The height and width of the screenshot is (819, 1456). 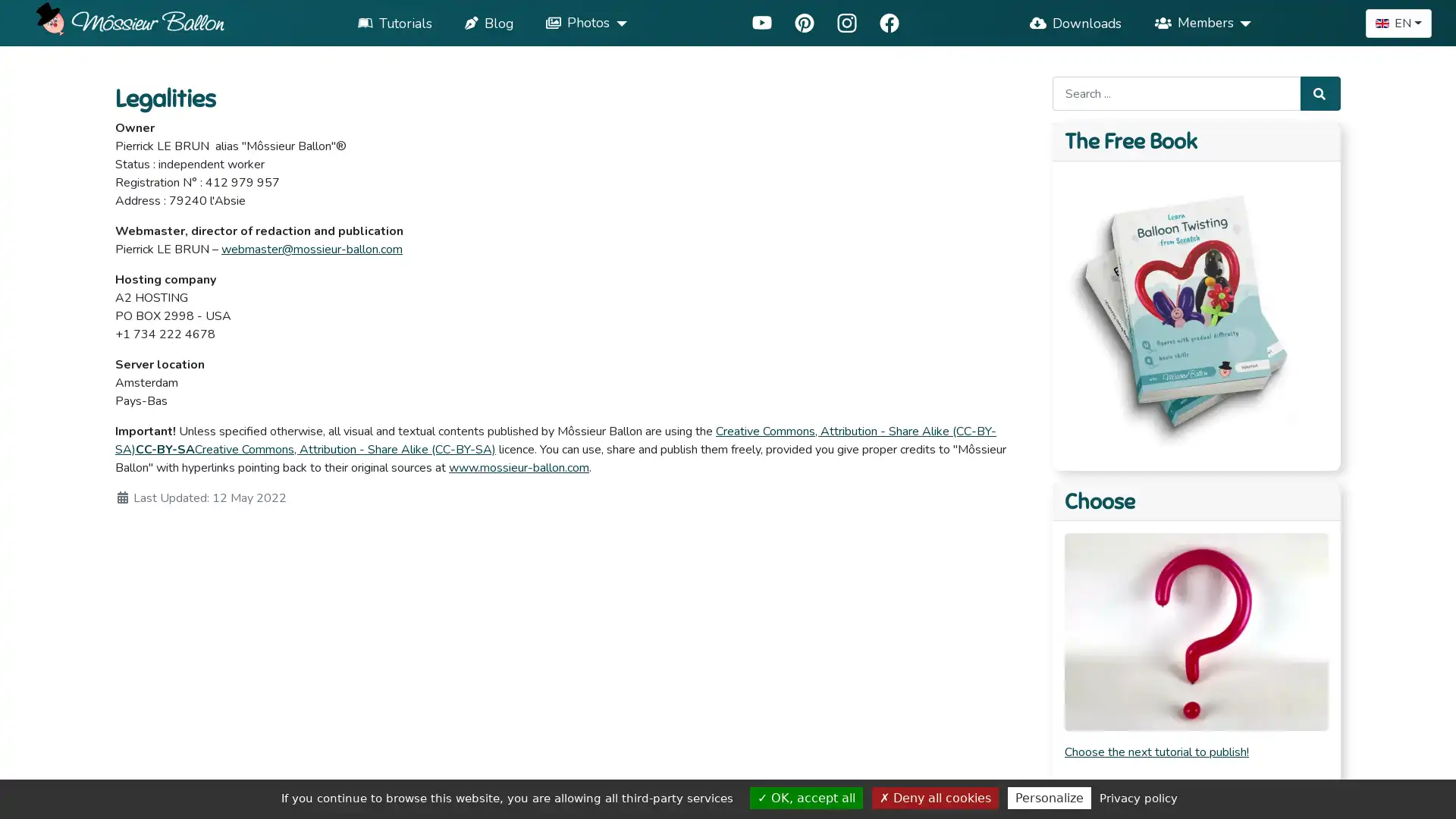 I want to click on OK, accept all, so click(x=805, y=797).